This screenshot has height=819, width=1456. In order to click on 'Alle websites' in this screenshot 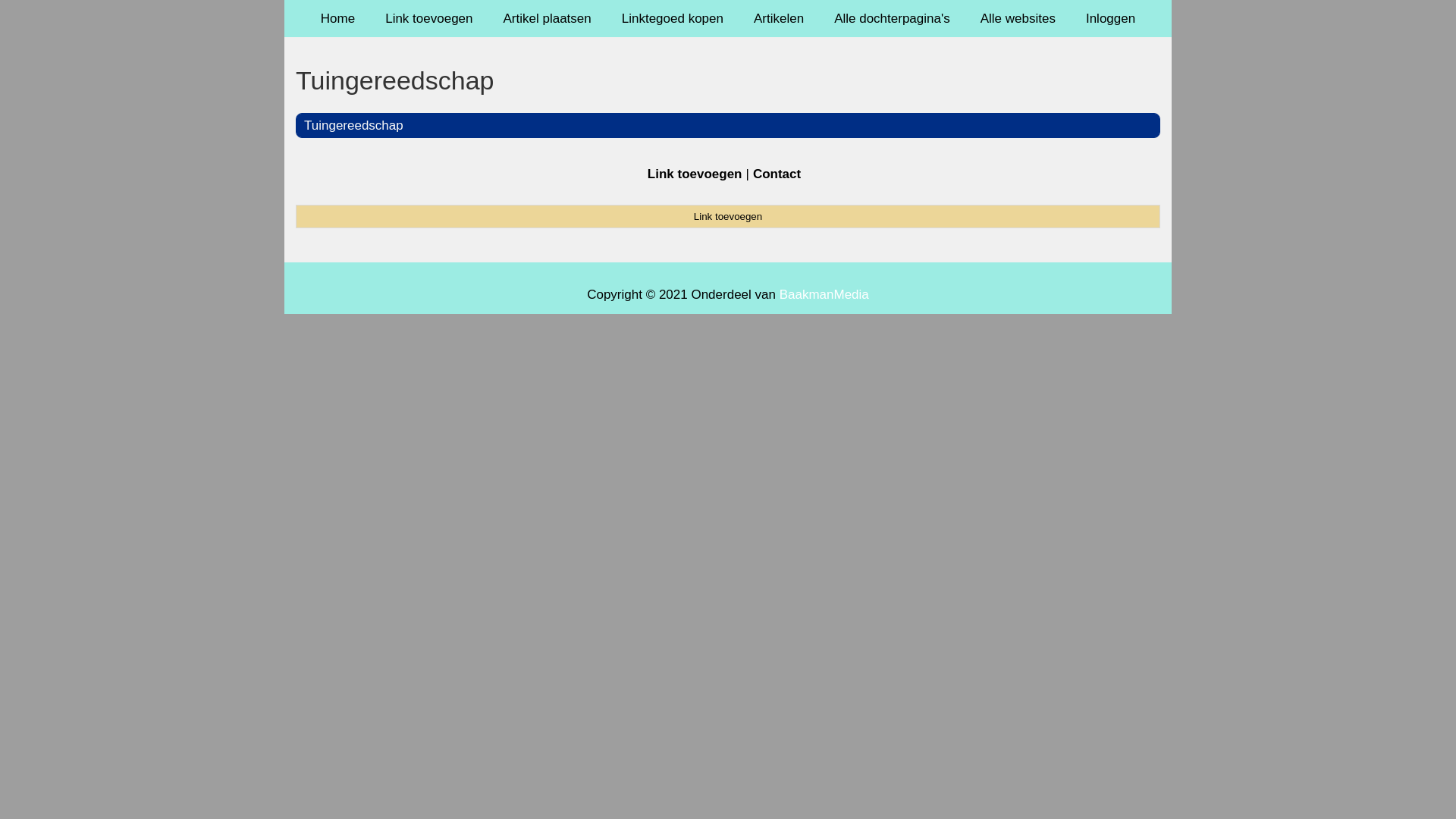, I will do `click(1018, 18)`.